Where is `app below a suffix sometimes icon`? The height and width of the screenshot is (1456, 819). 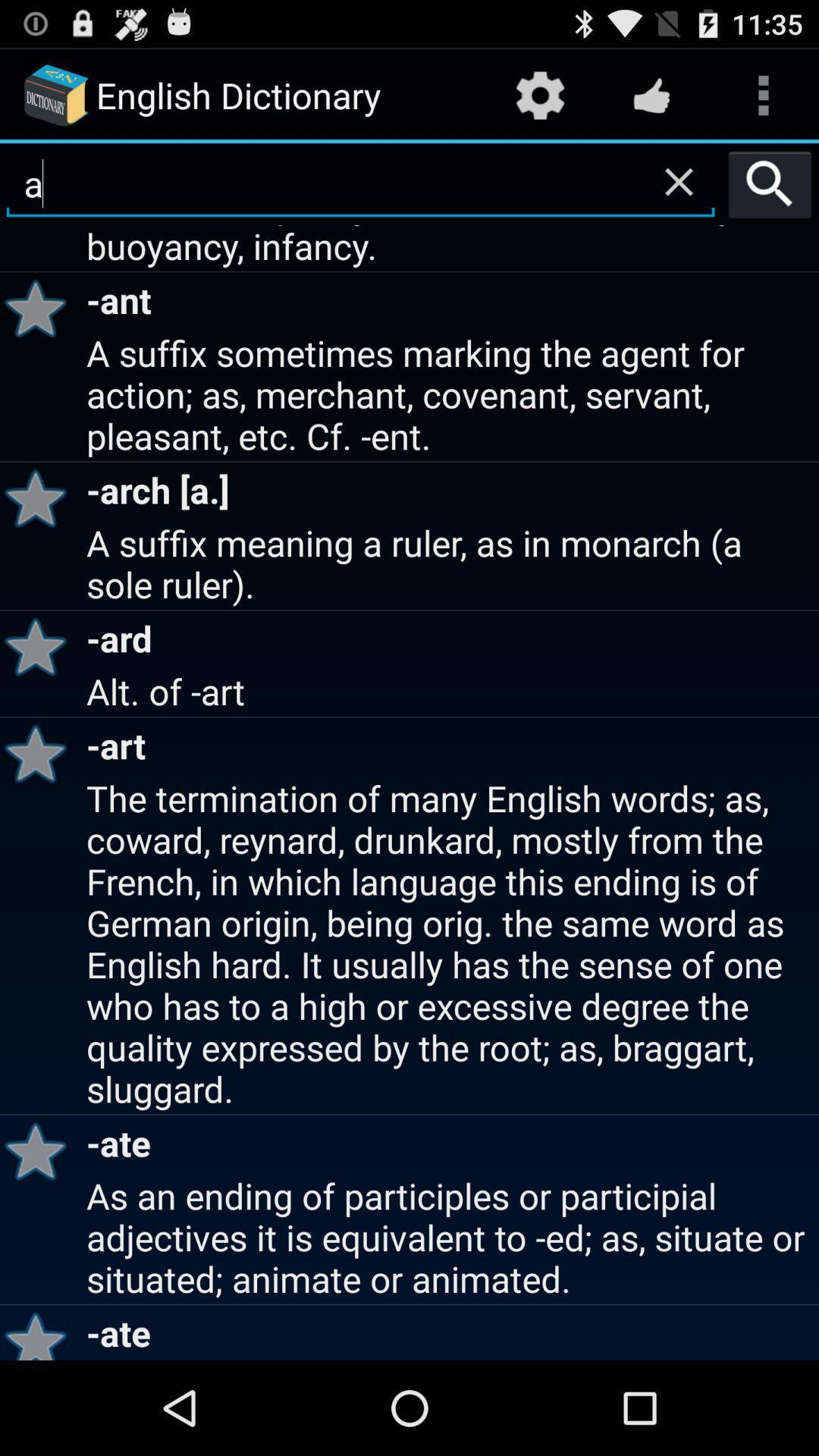 app below a suffix sometimes icon is located at coordinates (40, 498).